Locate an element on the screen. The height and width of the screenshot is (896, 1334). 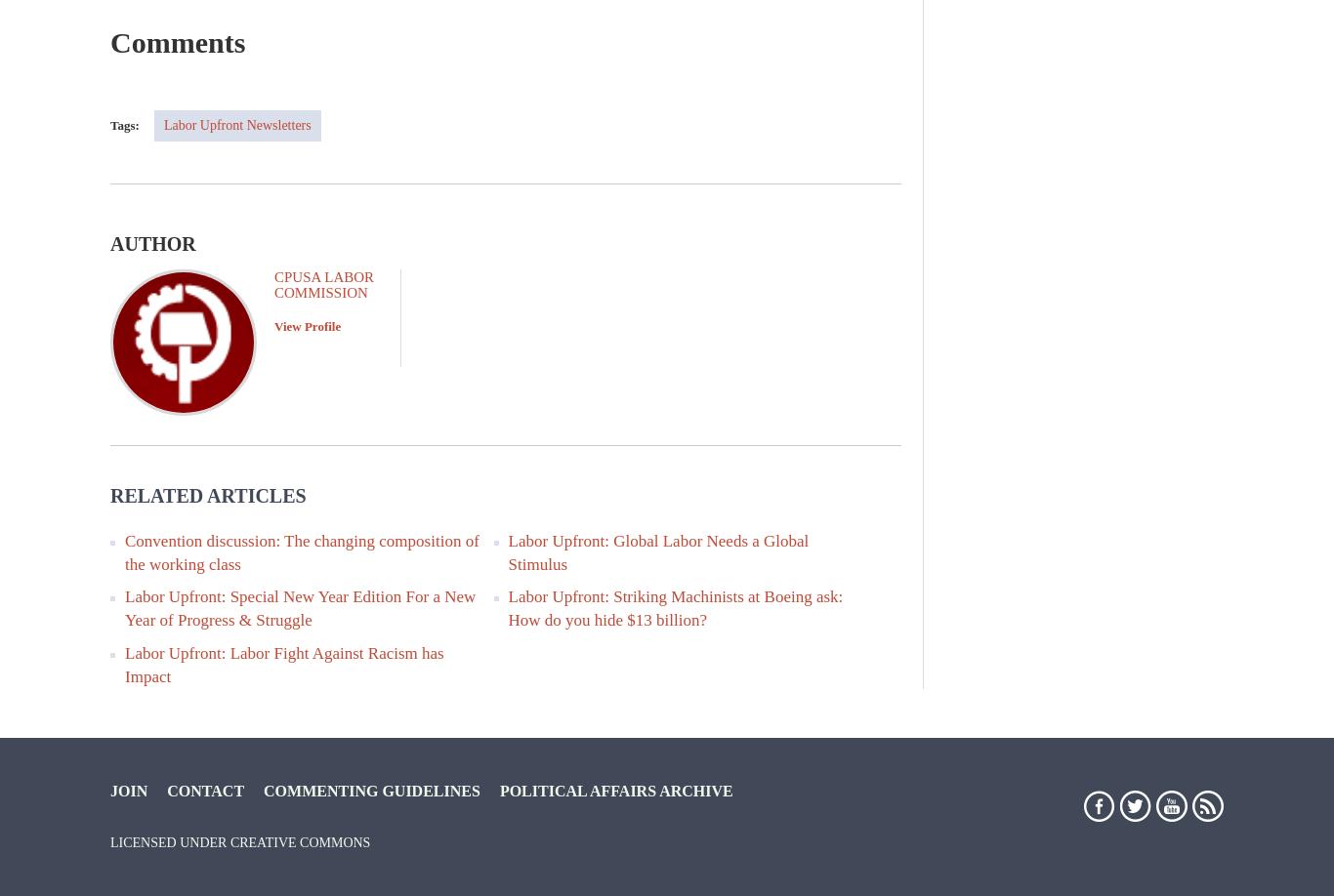
'Labor Upfront: Special New Year Edition  For a New Year of Progress & Struggle' is located at coordinates (300, 607).